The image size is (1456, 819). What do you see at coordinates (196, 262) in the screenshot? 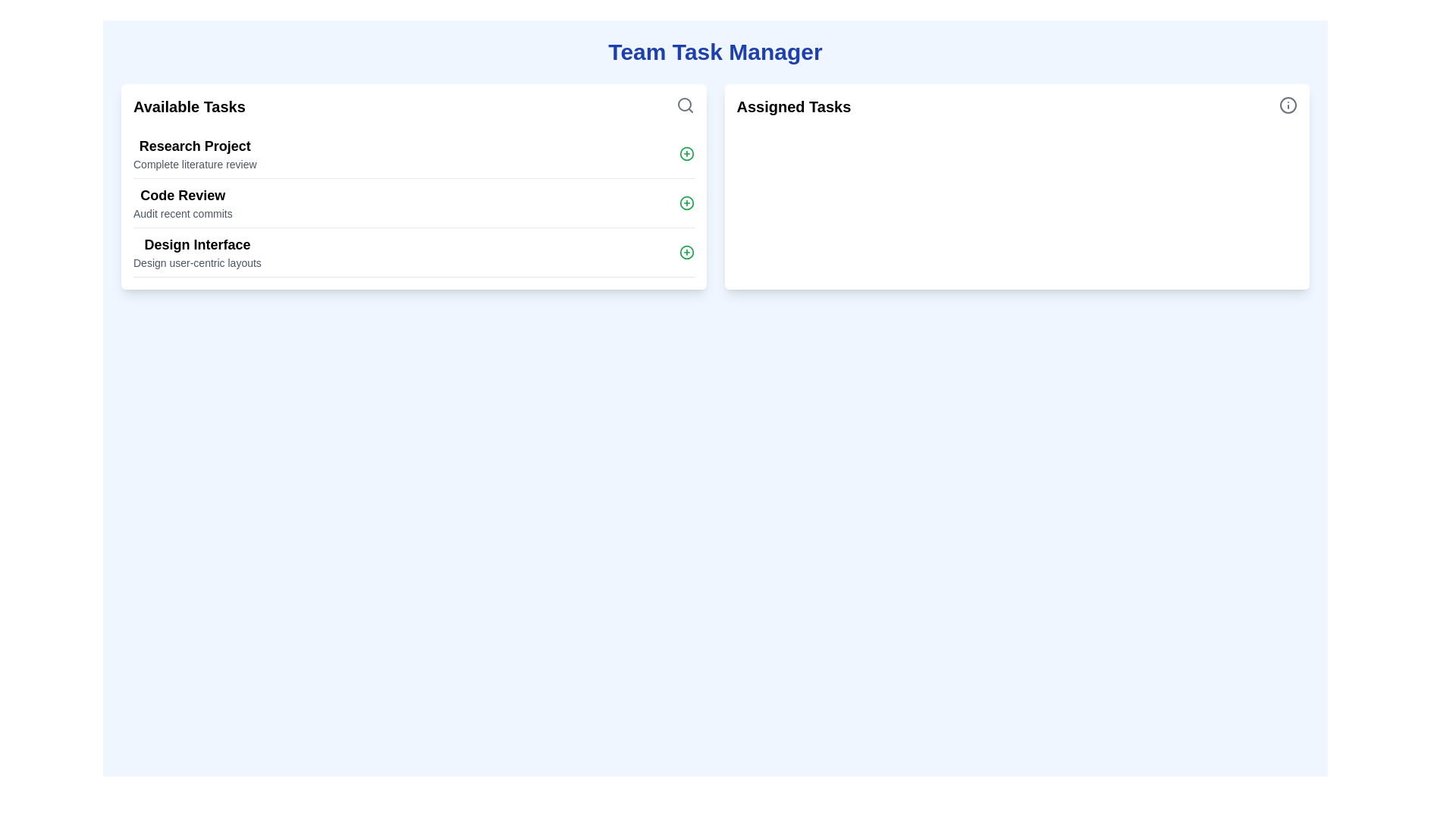
I see `static text displaying 'Design user-centric layouts' located under the heading 'Design Interface' in the 'Available Tasks' panel` at bounding box center [196, 262].